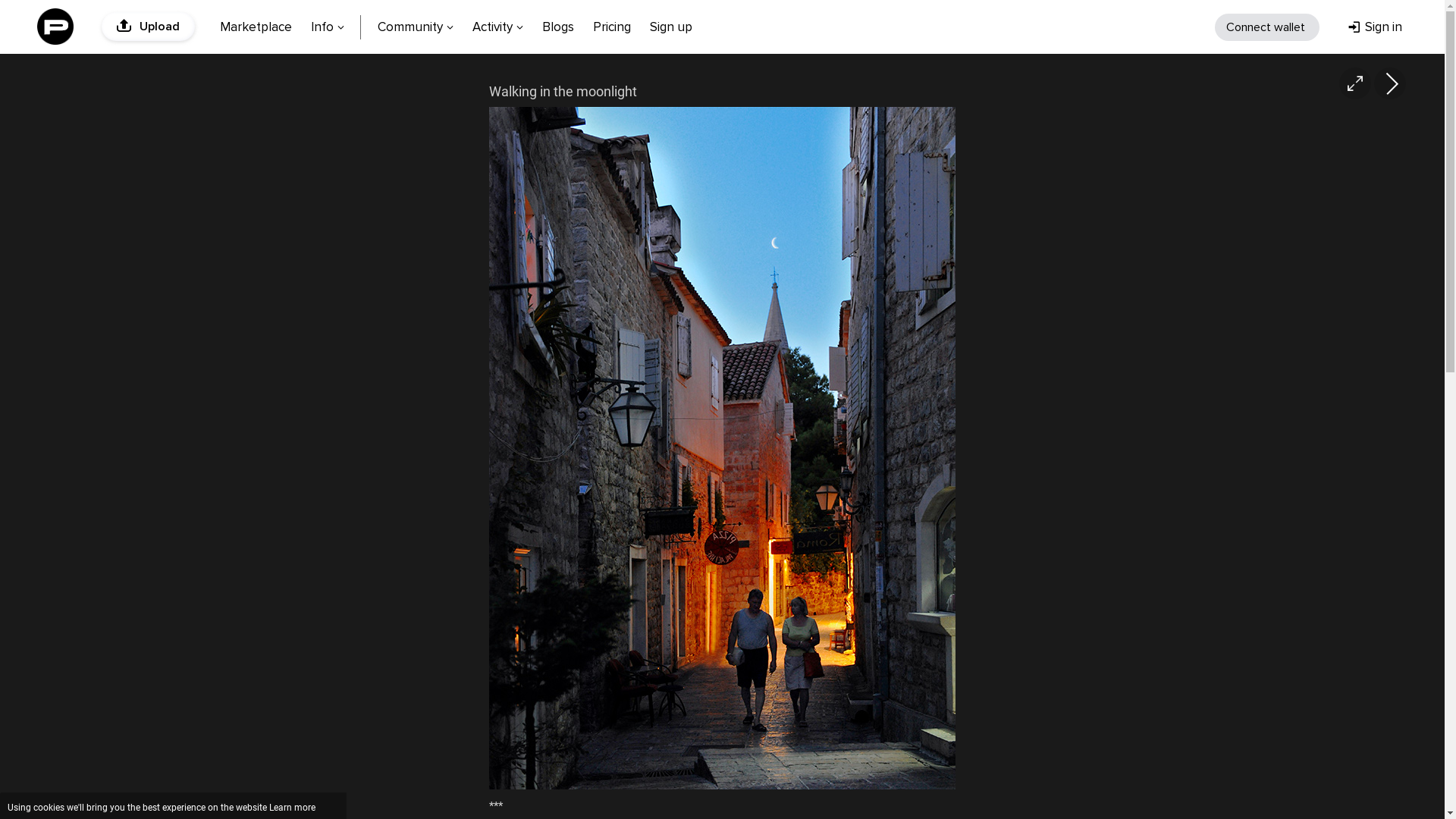 The width and height of the screenshot is (1456, 819). What do you see at coordinates (641, 25) in the screenshot?
I see `'Sign up'` at bounding box center [641, 25].